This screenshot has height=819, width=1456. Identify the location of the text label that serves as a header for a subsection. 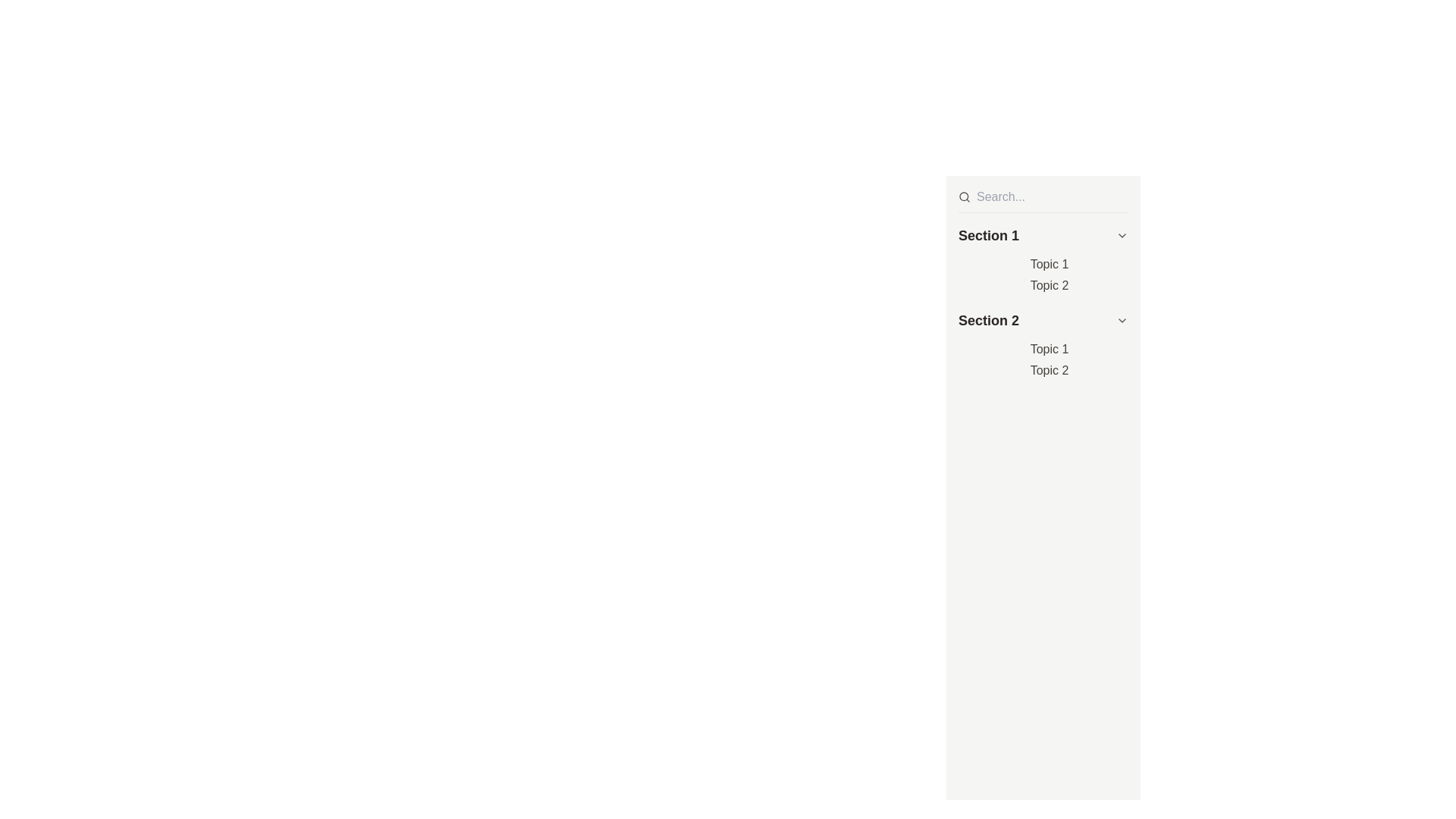
(989, 320).